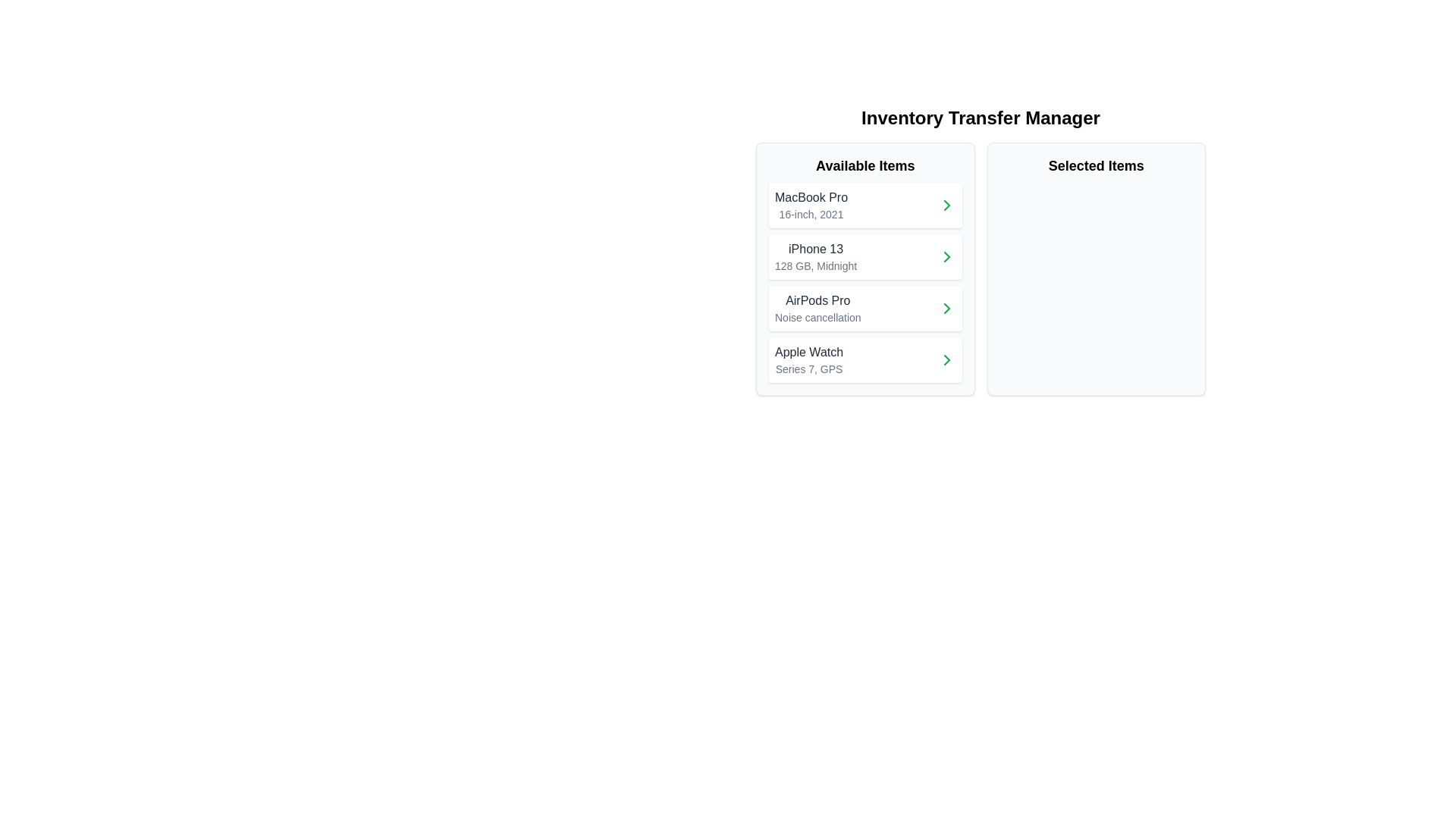 The height and width of the screenshot is (819, 1456). What do you see at coordinates (865, 308) in the screenshot?
I see `the 'AirPods Pro' item in the 'Available Items' list for keyboard navigation` at bounding box center [865, 308].